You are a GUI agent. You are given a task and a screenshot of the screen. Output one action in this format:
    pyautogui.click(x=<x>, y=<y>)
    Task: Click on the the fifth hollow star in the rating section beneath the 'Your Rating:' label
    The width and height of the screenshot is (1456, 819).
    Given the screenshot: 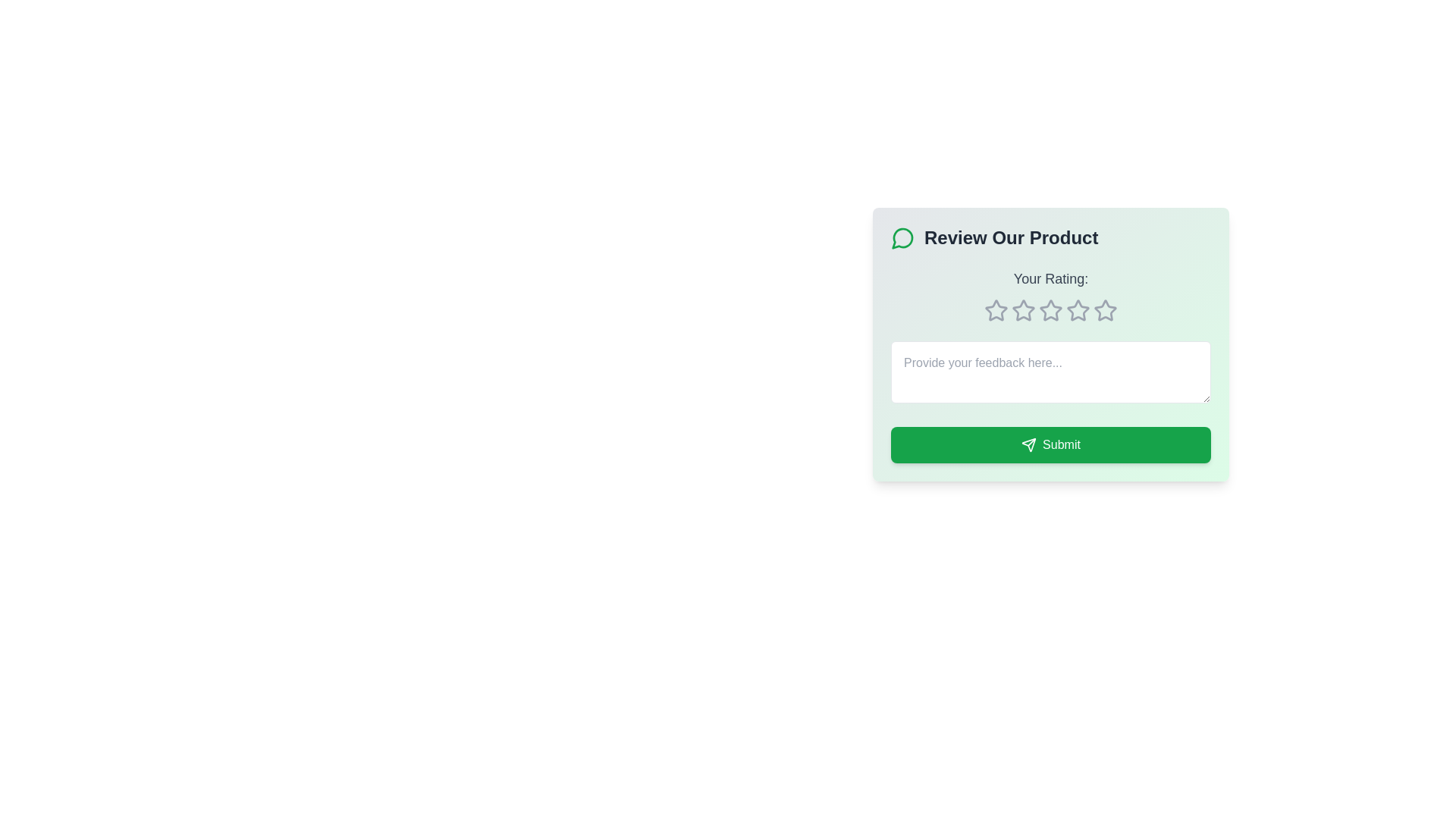 What is the action you would take?
    pyautogui.click(x=1106, y=309)
    